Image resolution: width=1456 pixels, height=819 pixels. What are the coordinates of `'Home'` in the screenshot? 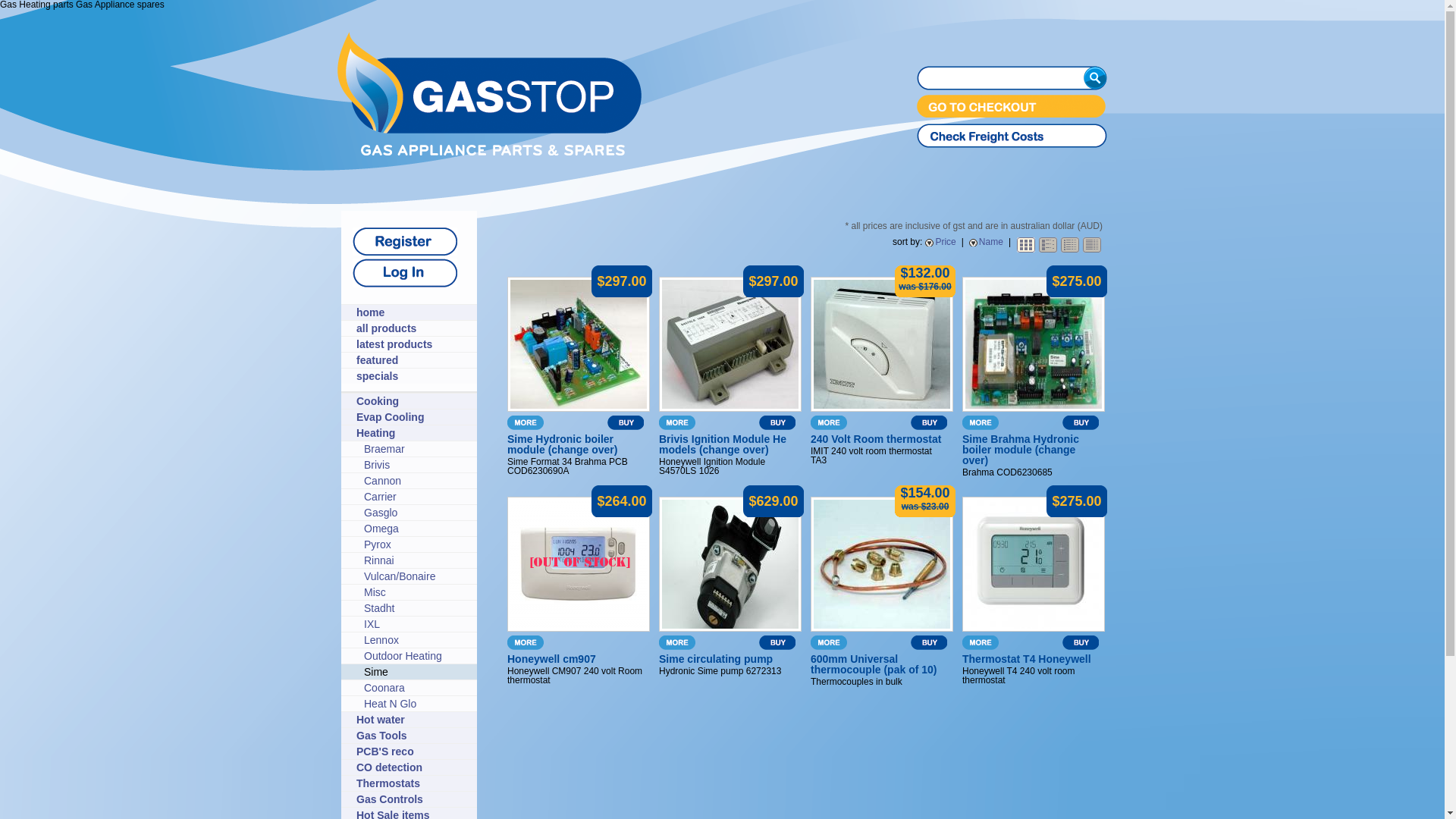 It's located at (489, 152).